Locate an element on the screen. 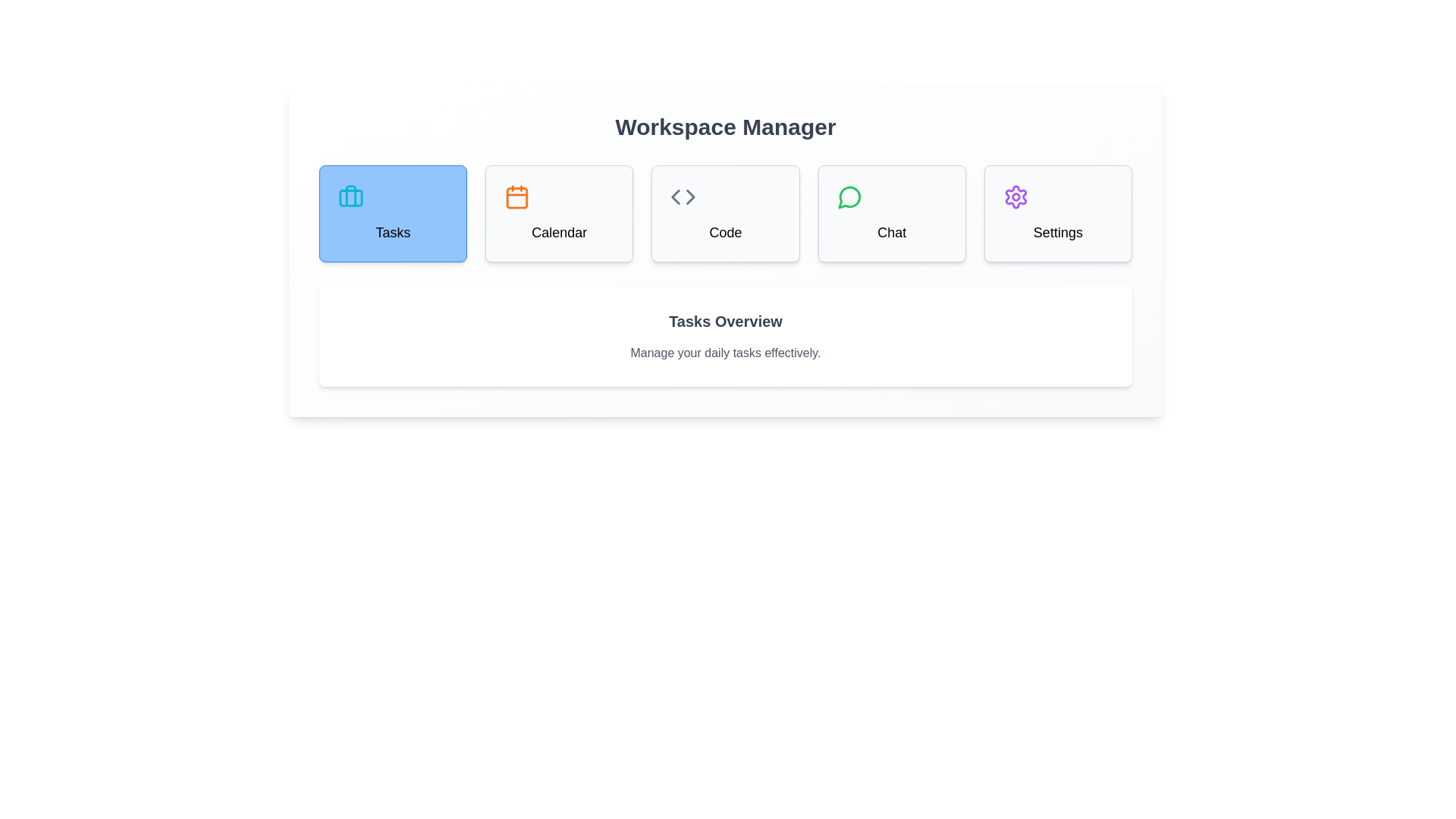 This screenshot has height=819, width=1456. the text label that serves as the title for the 'Calendar' card, located directly below the orange calendar icon within the second card in a horizontal layout is located at coordinates (558, 233).